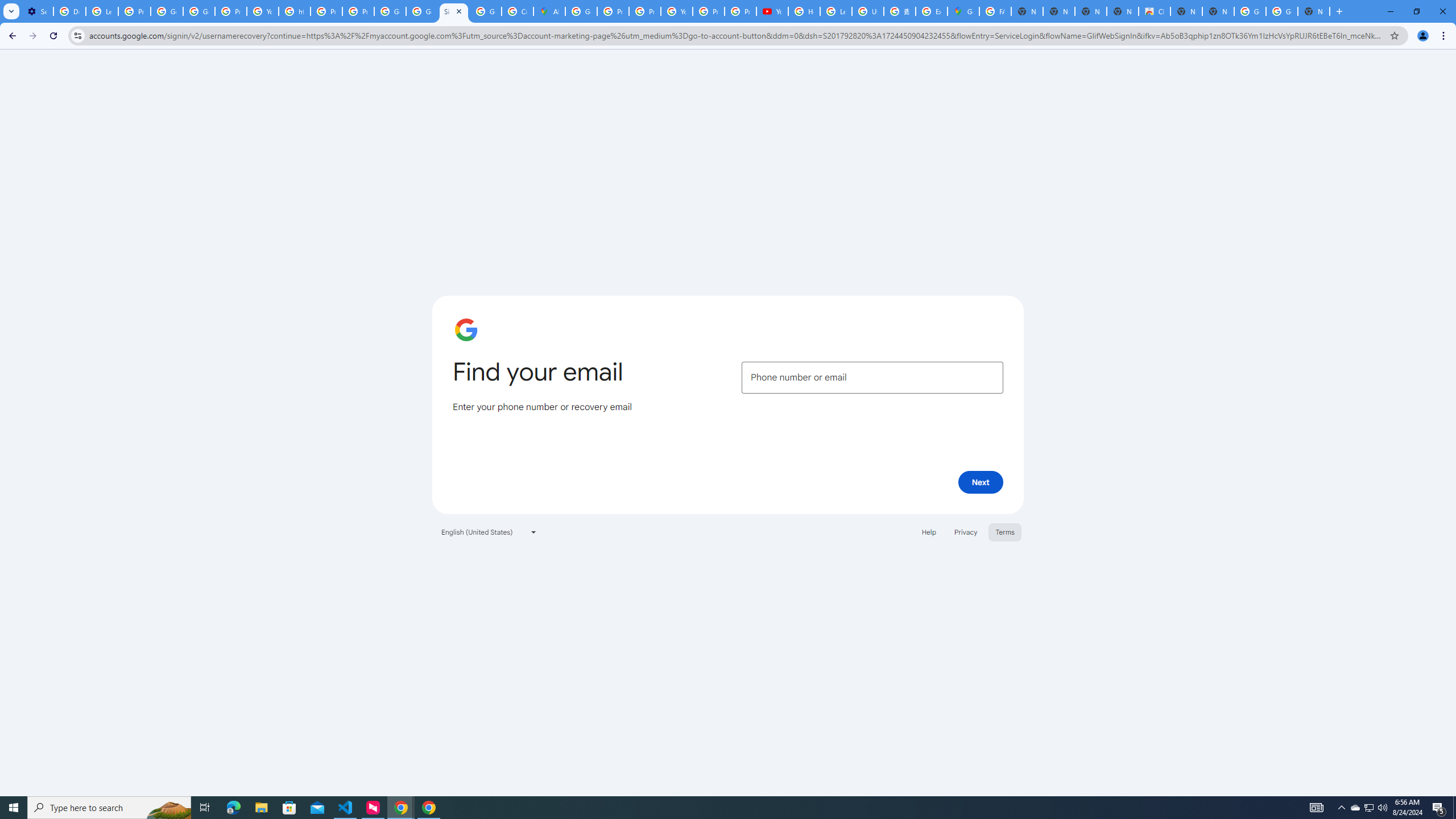 This screenshot has height=819, width=1456. Describe the element at coordinates (981, 481) in the screenshot. I see `'Next'` at that location.